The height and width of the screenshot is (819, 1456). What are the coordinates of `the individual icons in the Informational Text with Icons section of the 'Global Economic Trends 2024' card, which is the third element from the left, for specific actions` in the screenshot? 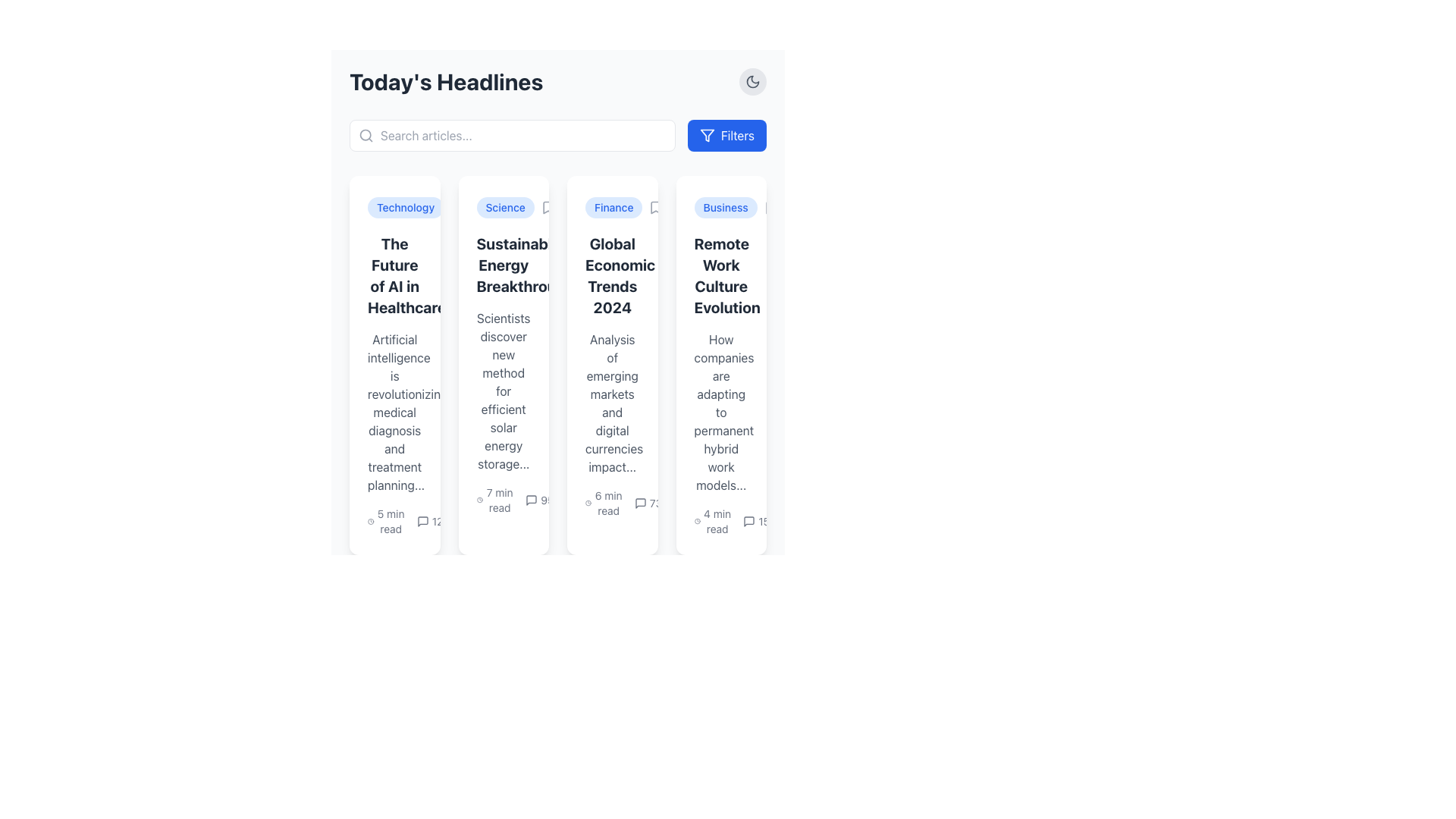 It's located at (623, 503).